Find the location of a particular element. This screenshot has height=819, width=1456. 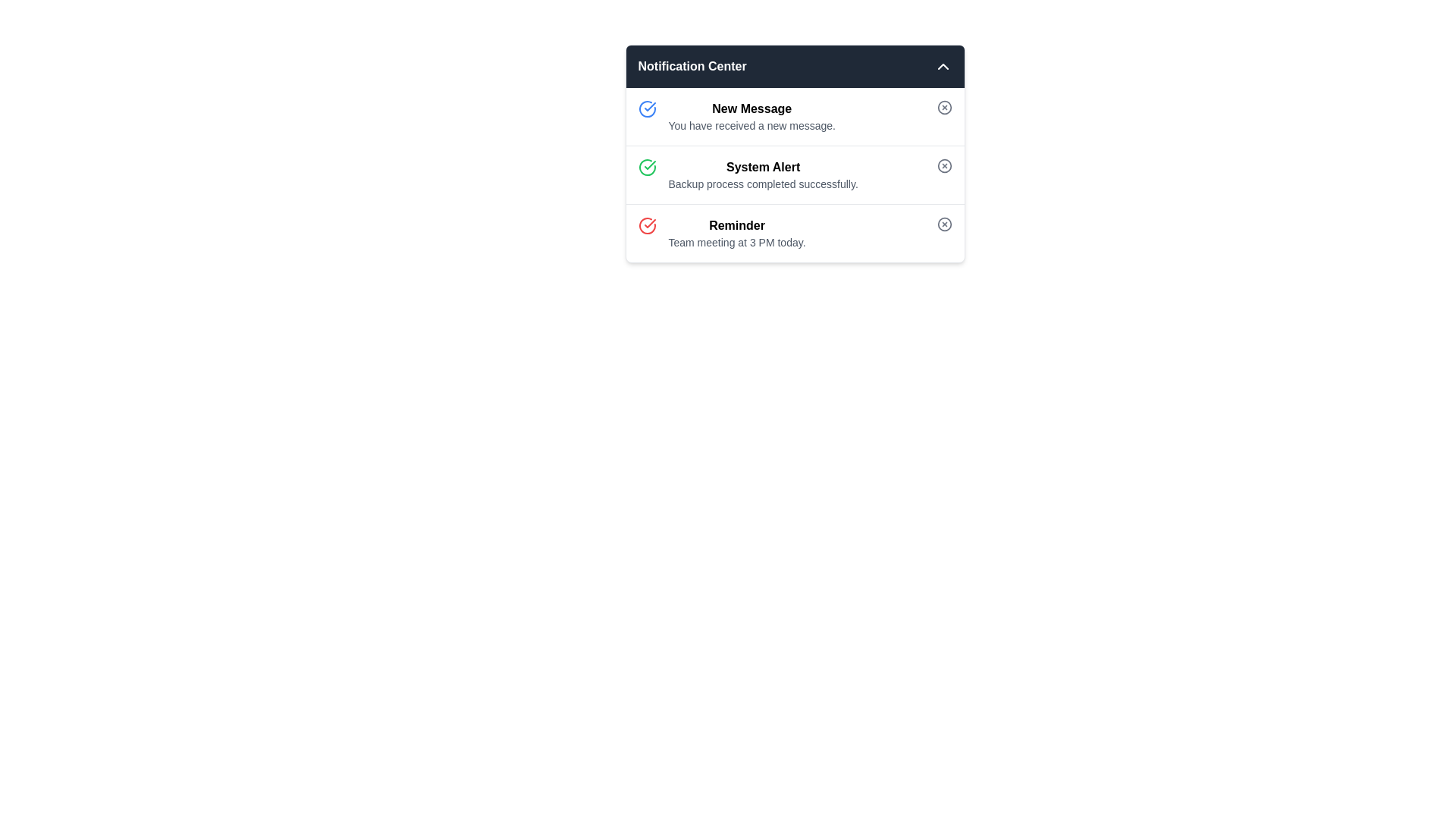

the content of the Text Label in the first notification slot announcing a new message, located in the notification panel above the descriptive text is located at coordinates (752, 108).